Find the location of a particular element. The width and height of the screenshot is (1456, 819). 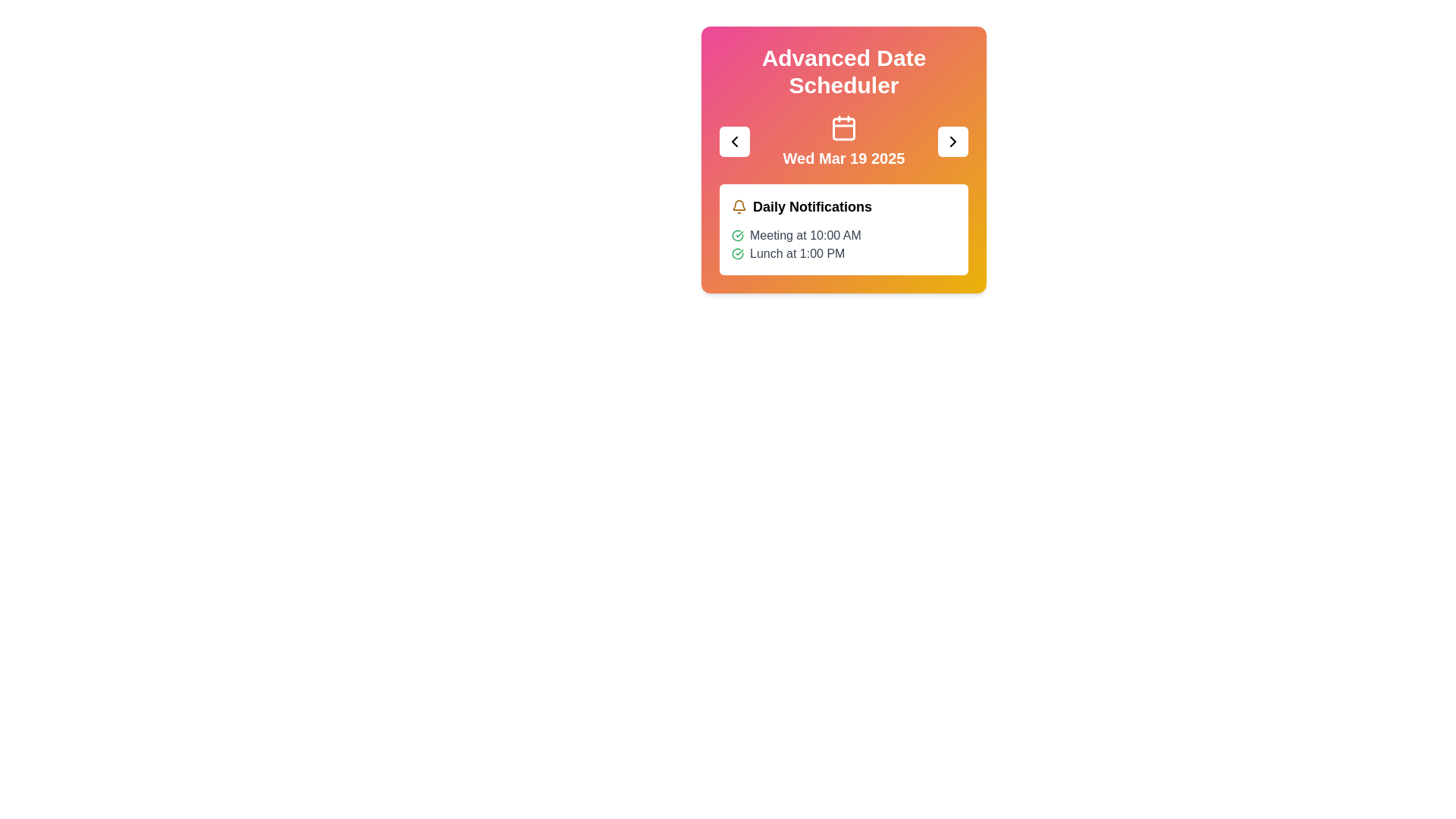

the text label displaying 'Lunch at 1:00 PM' in the 'Daily Notifications' section, which is styled in dark gray on a white background and positioned beneath 'Meeting at 10:00 AM' is located at coordinates (796, 253).